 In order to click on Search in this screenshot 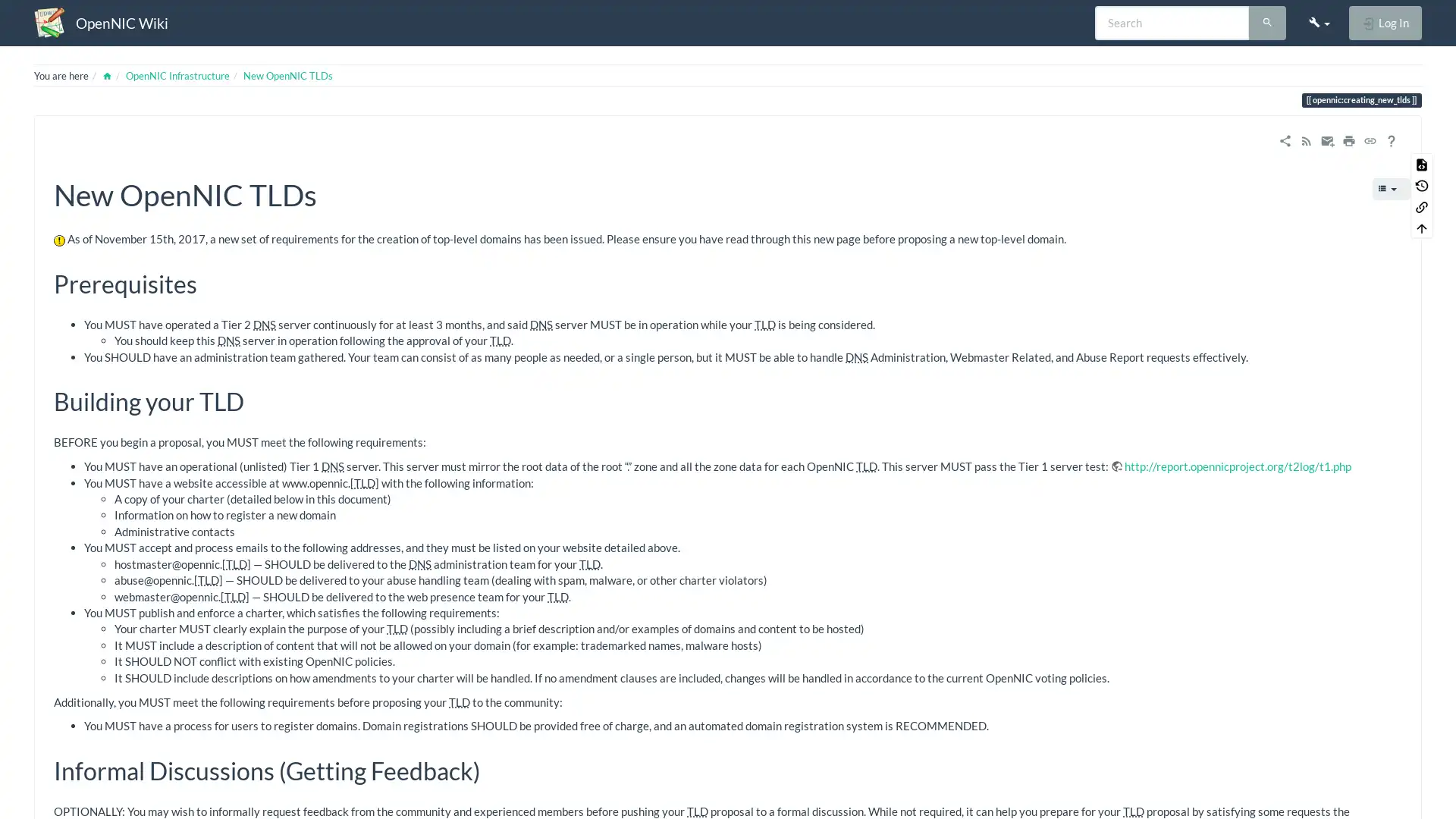, I will do `click(1266, 22)`.